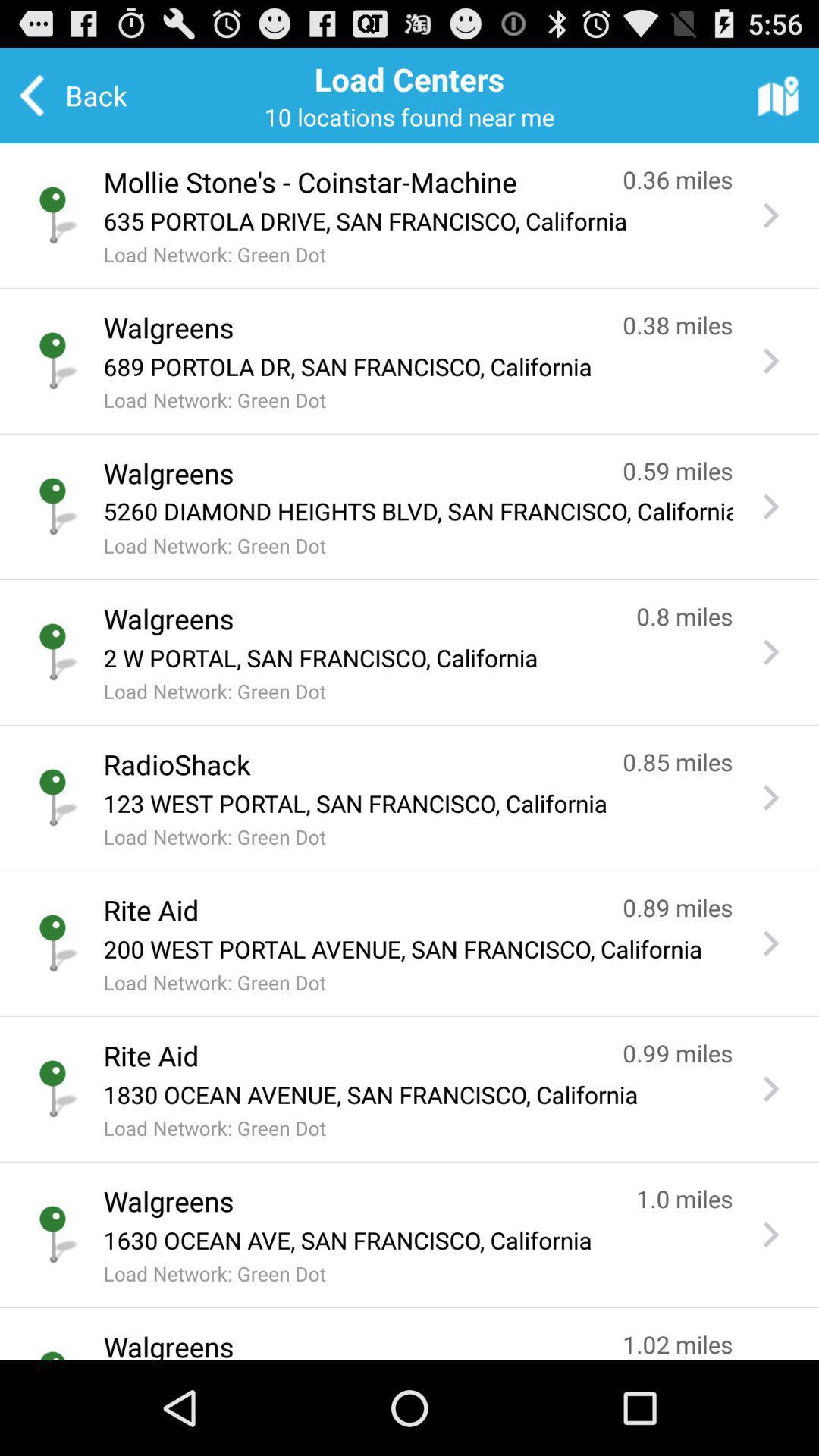 This screenshot has width=819, height=1456. I want to click on item next to 0.85 miles app, so click(348, 764).